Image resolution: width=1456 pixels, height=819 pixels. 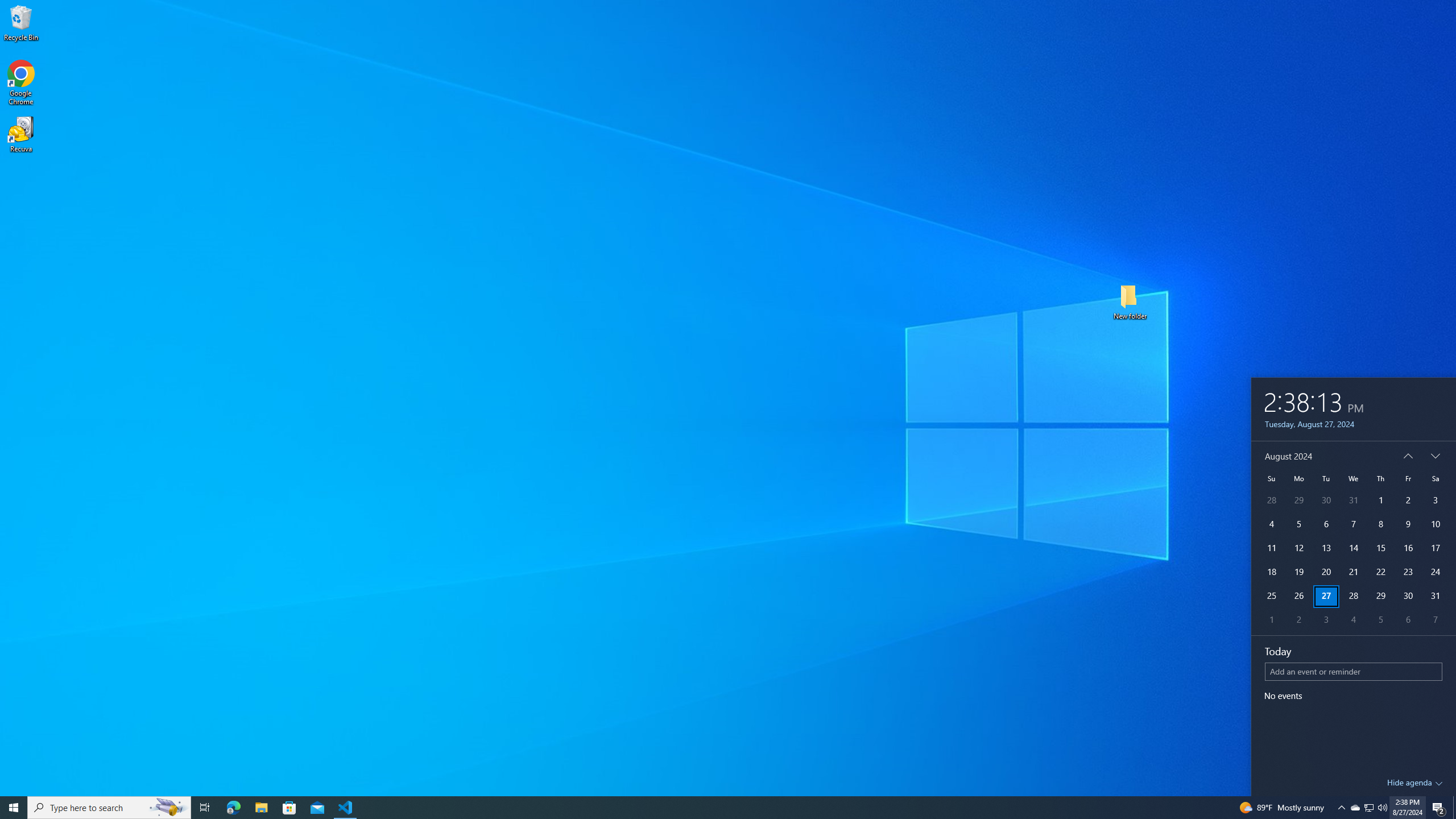 I want to click on 'Notification Chevron', so click(x=1342, y=806).